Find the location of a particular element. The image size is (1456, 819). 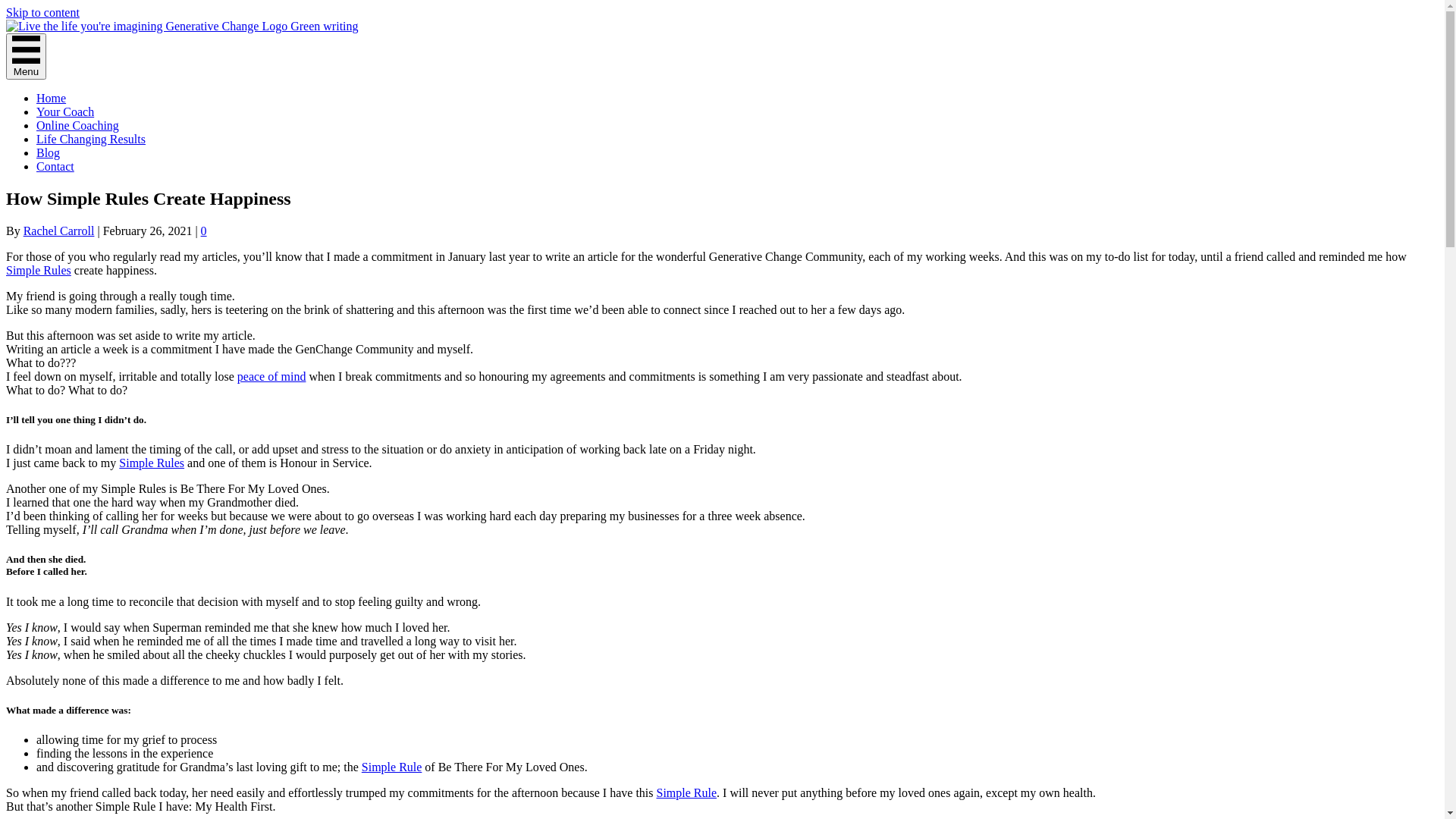

'Contact' is located at coordinates (55, 166).